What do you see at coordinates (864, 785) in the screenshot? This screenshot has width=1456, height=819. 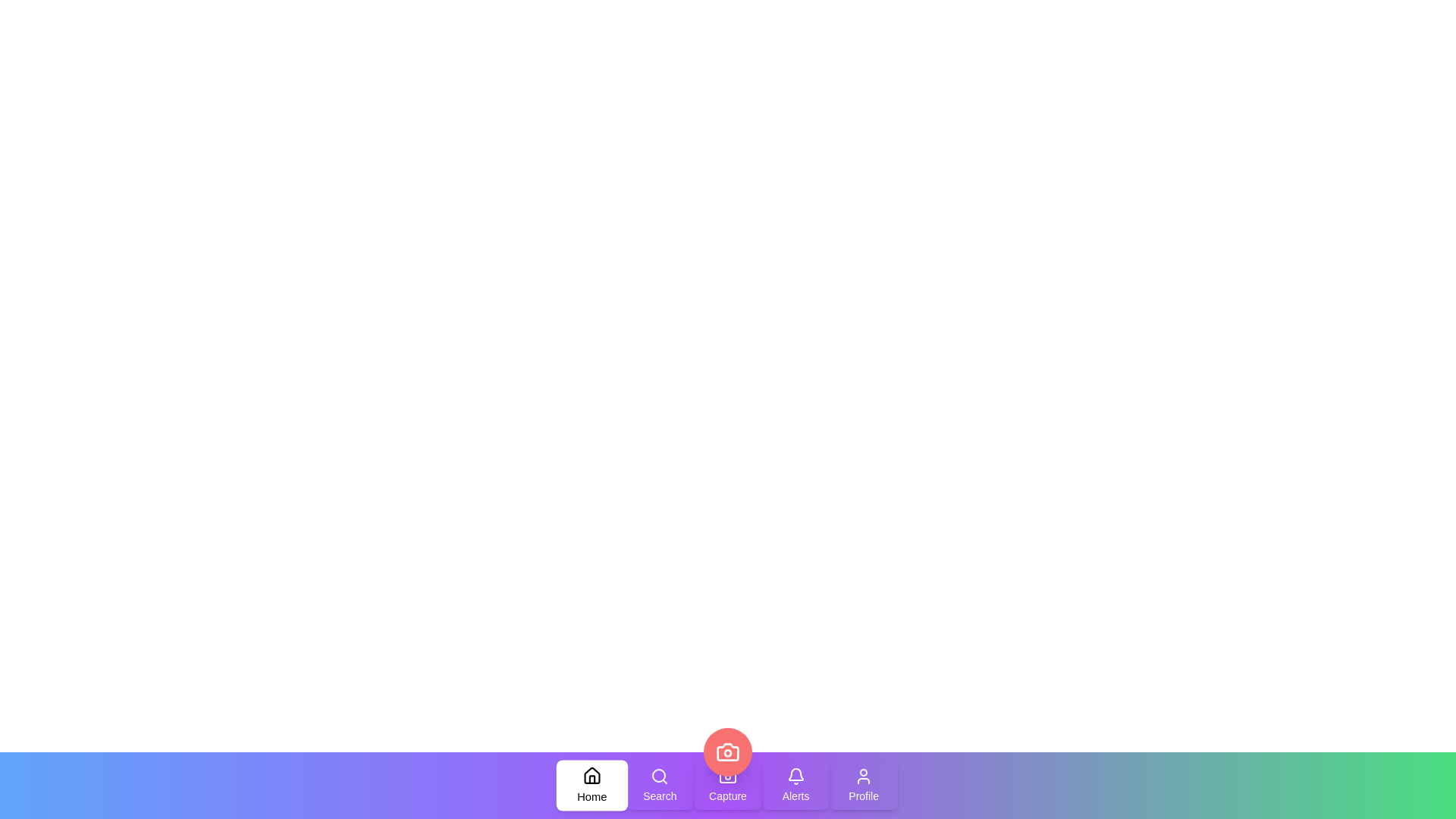 I see `the tab labeled 'Profile' to observe its hover effect` at bounding box center [864, 785].